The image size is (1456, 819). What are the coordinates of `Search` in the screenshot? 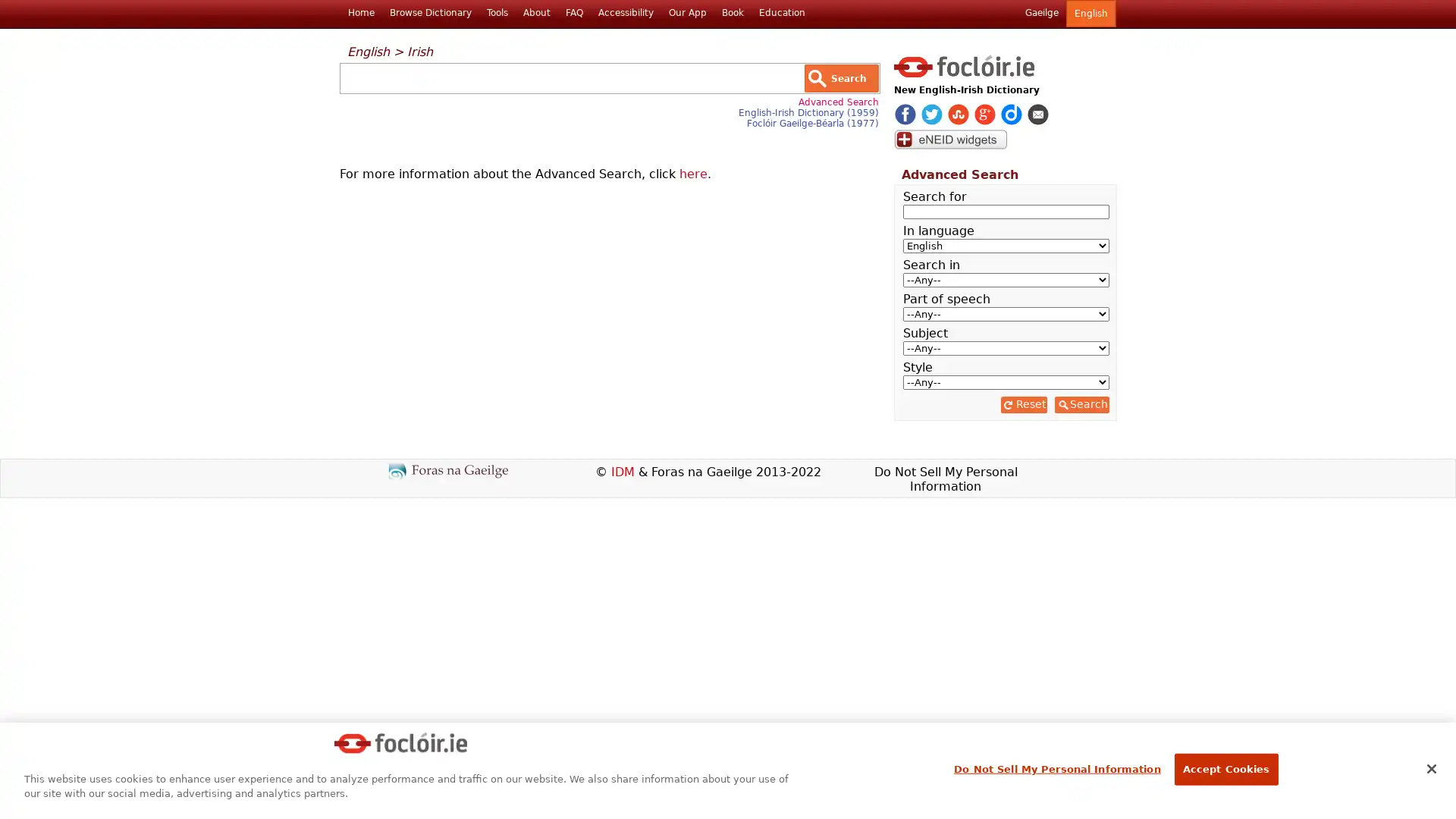 It's located at (840, 78).